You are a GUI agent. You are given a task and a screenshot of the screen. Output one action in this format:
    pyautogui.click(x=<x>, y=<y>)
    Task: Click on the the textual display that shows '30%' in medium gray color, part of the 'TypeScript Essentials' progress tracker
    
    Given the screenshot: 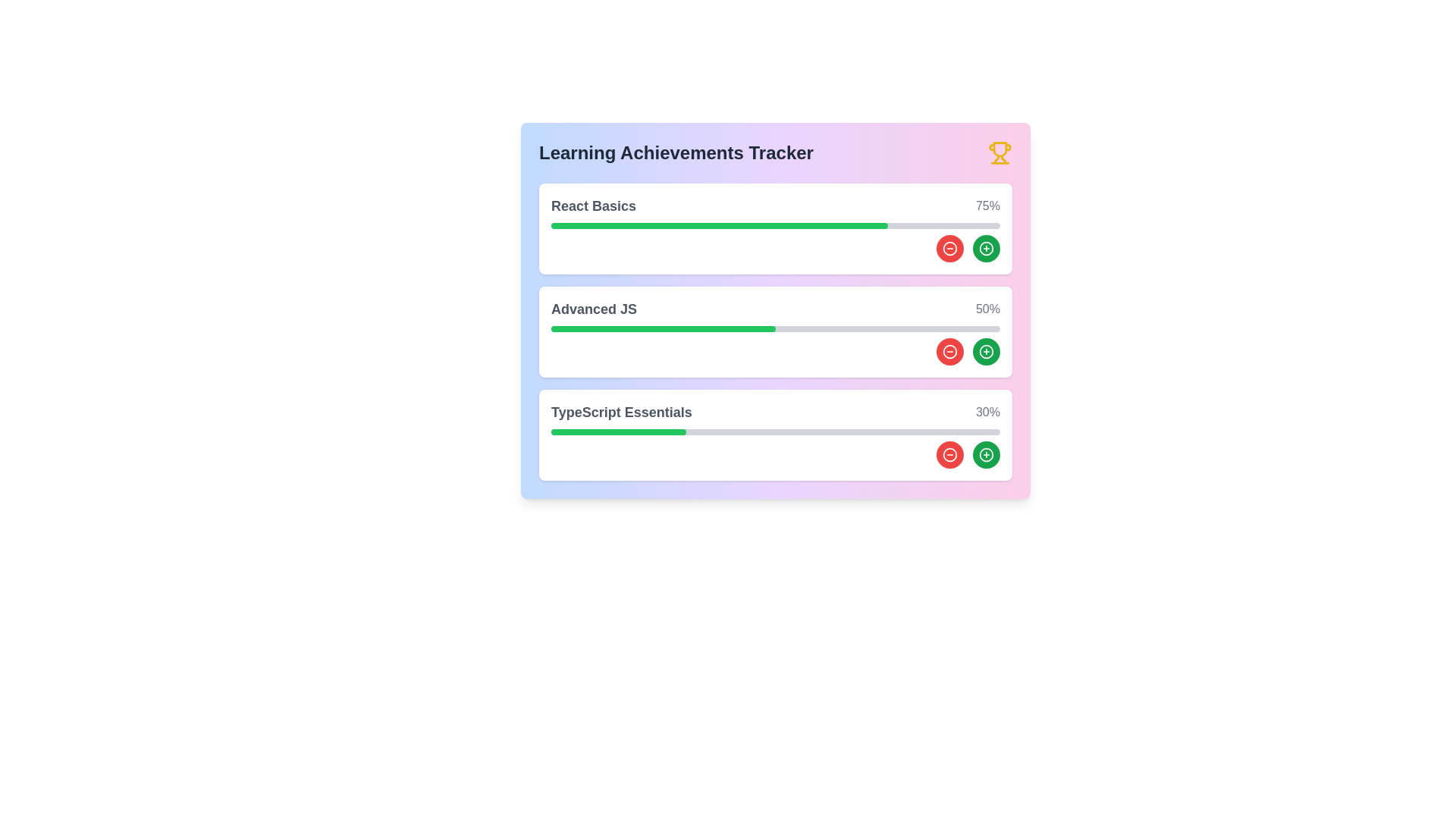 What is the action you would take?
    pyautogui.click(x=987, y=412)
    